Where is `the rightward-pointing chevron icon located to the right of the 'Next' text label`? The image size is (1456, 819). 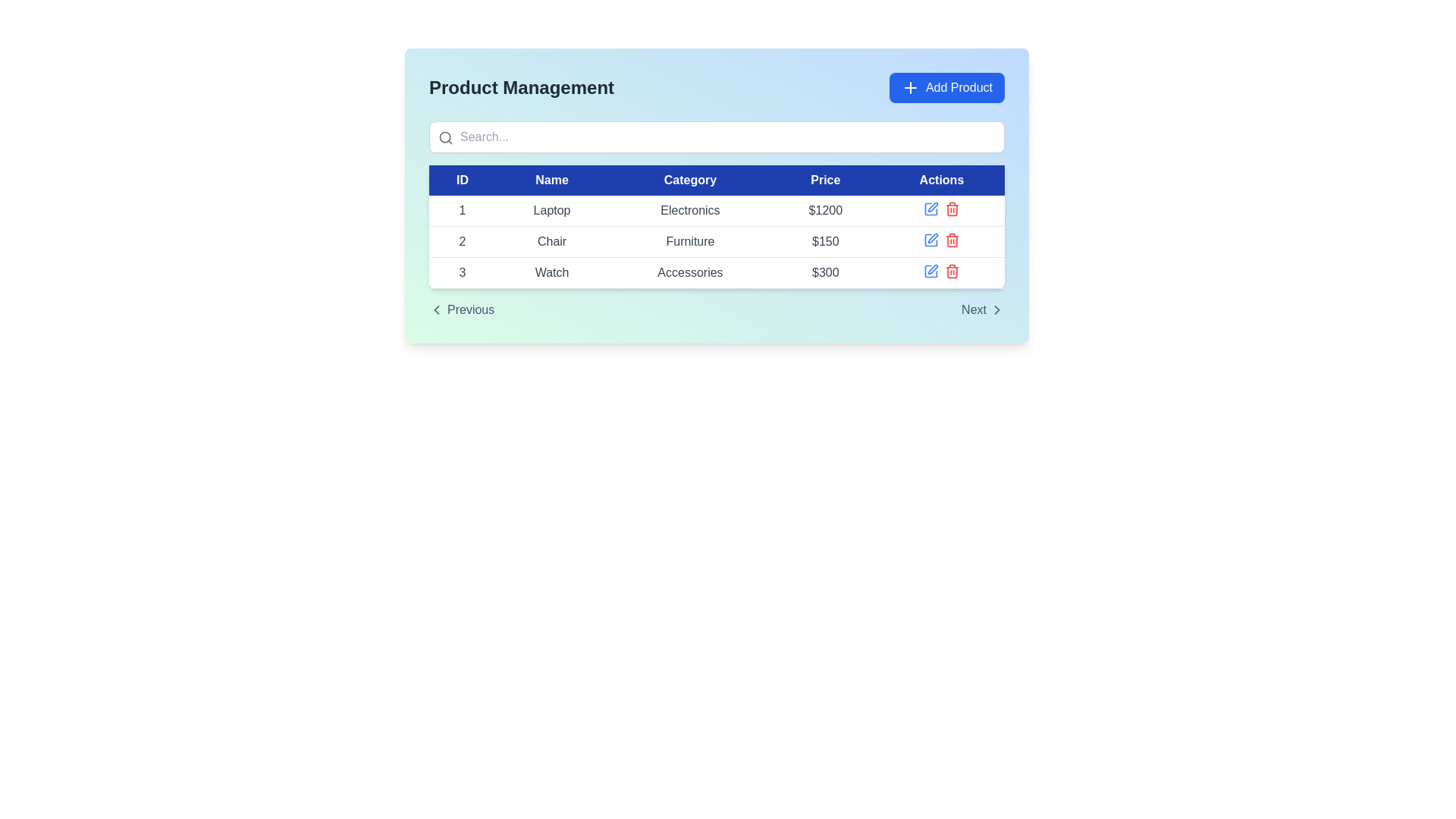 the rightward-pointing chevron icon located to the right of the 'Next' text label is located at coordinates (997, 309).